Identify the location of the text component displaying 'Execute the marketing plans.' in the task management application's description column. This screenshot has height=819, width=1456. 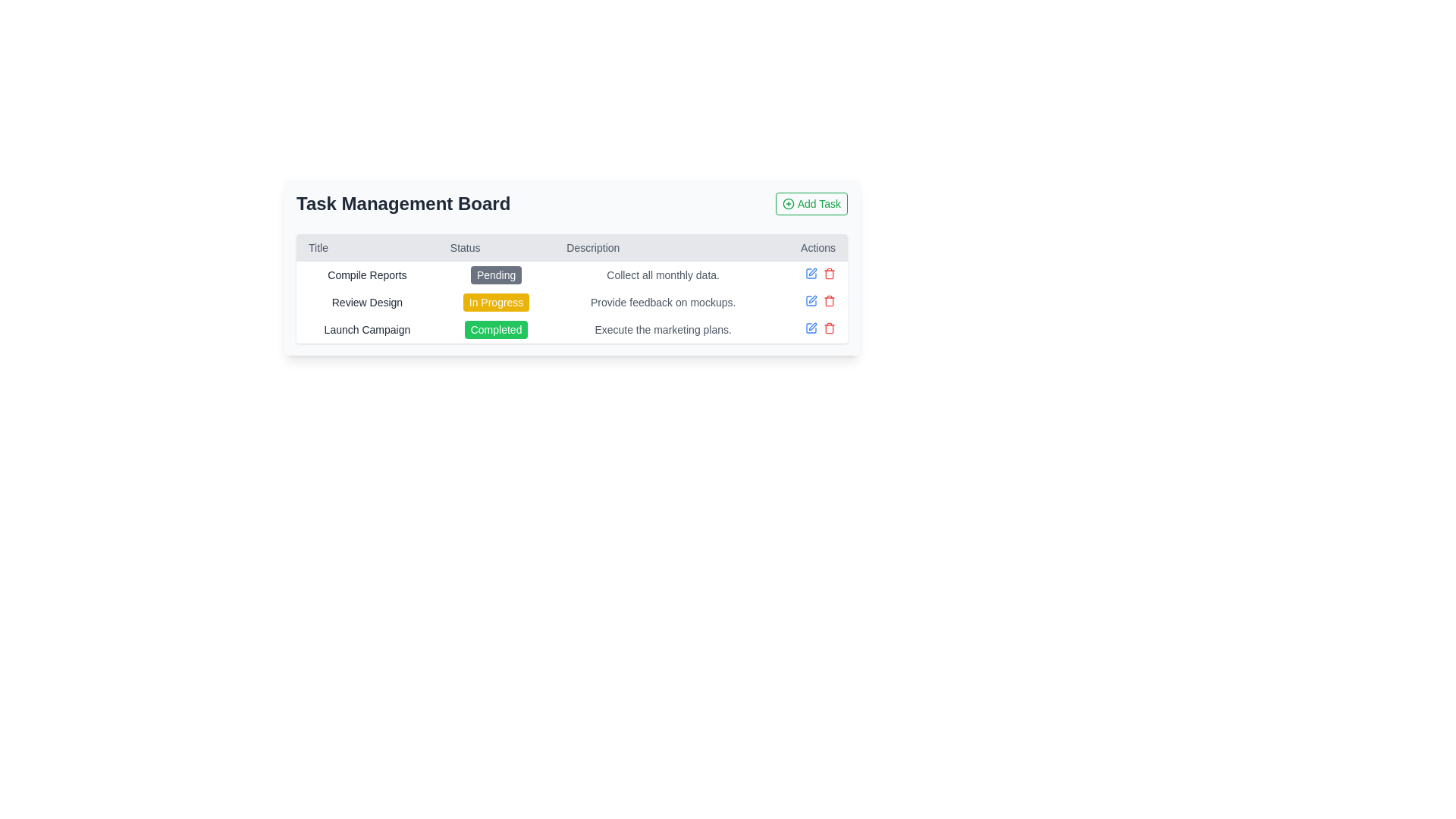
(663, 329).